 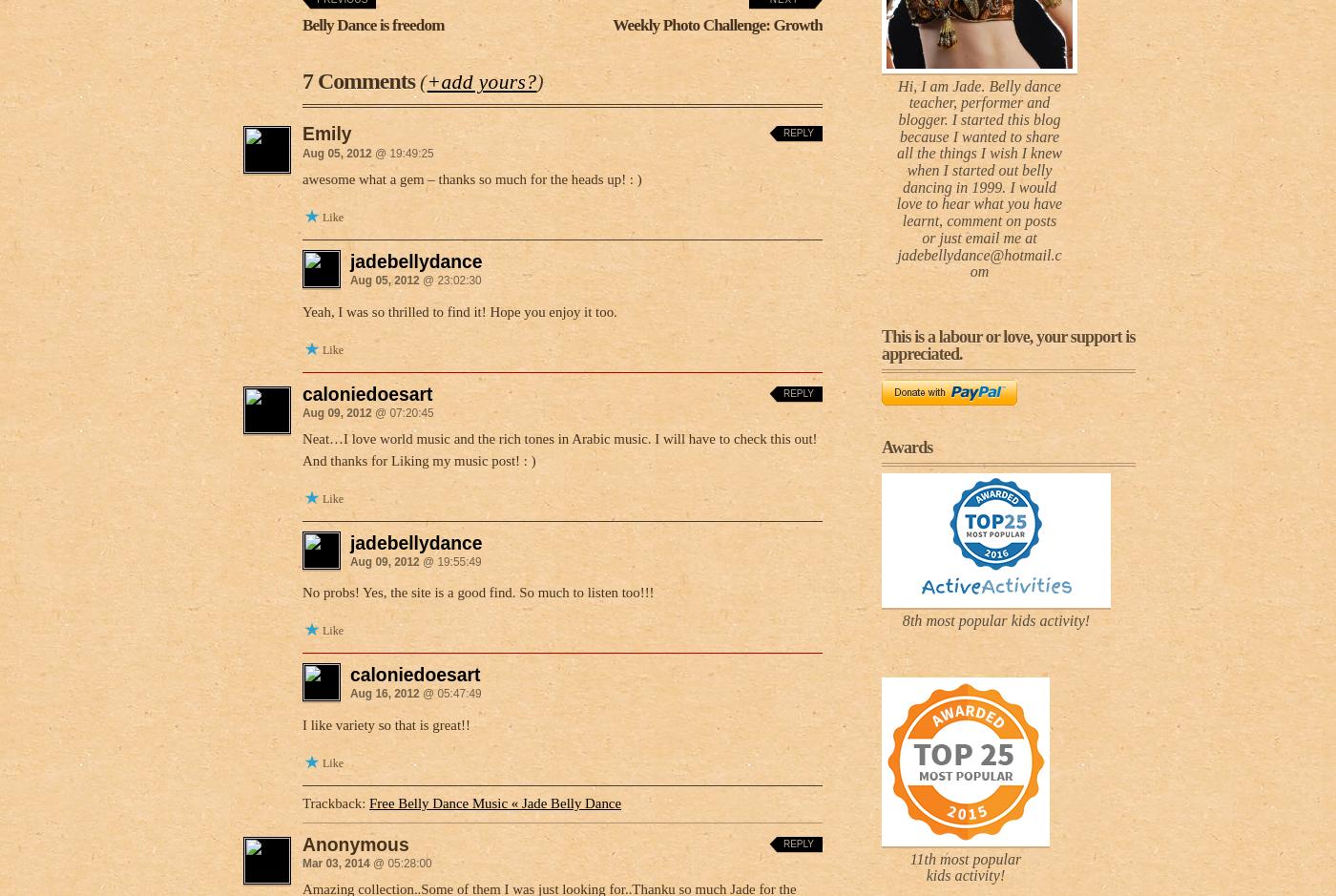 What do you see at coordinates (449, 281) in the screenshot?
I see `'@ 23:02:30'` at bounding box center [449, 281].